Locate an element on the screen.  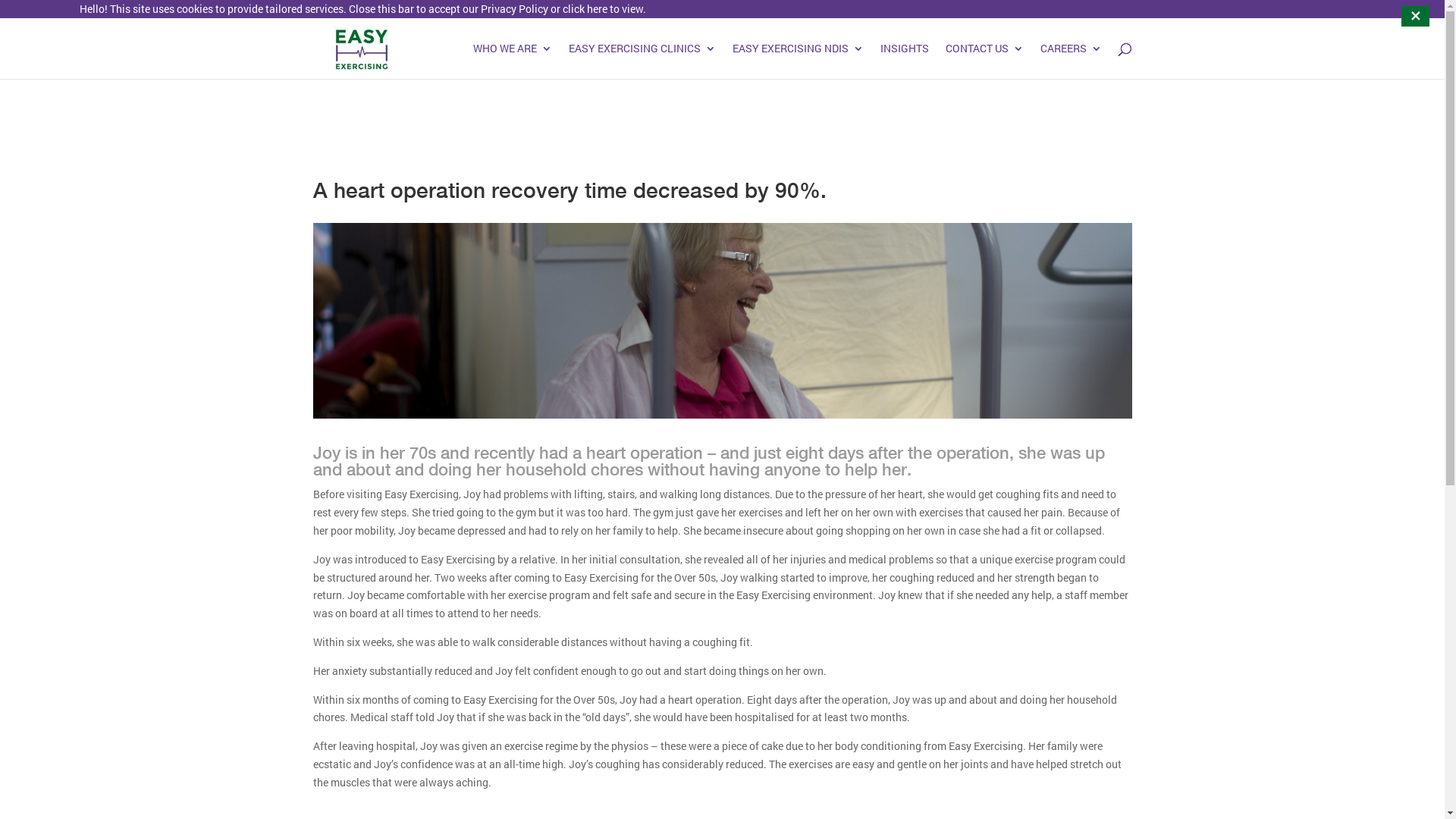
'CAREERS' is located at coordinates (1070, 60).